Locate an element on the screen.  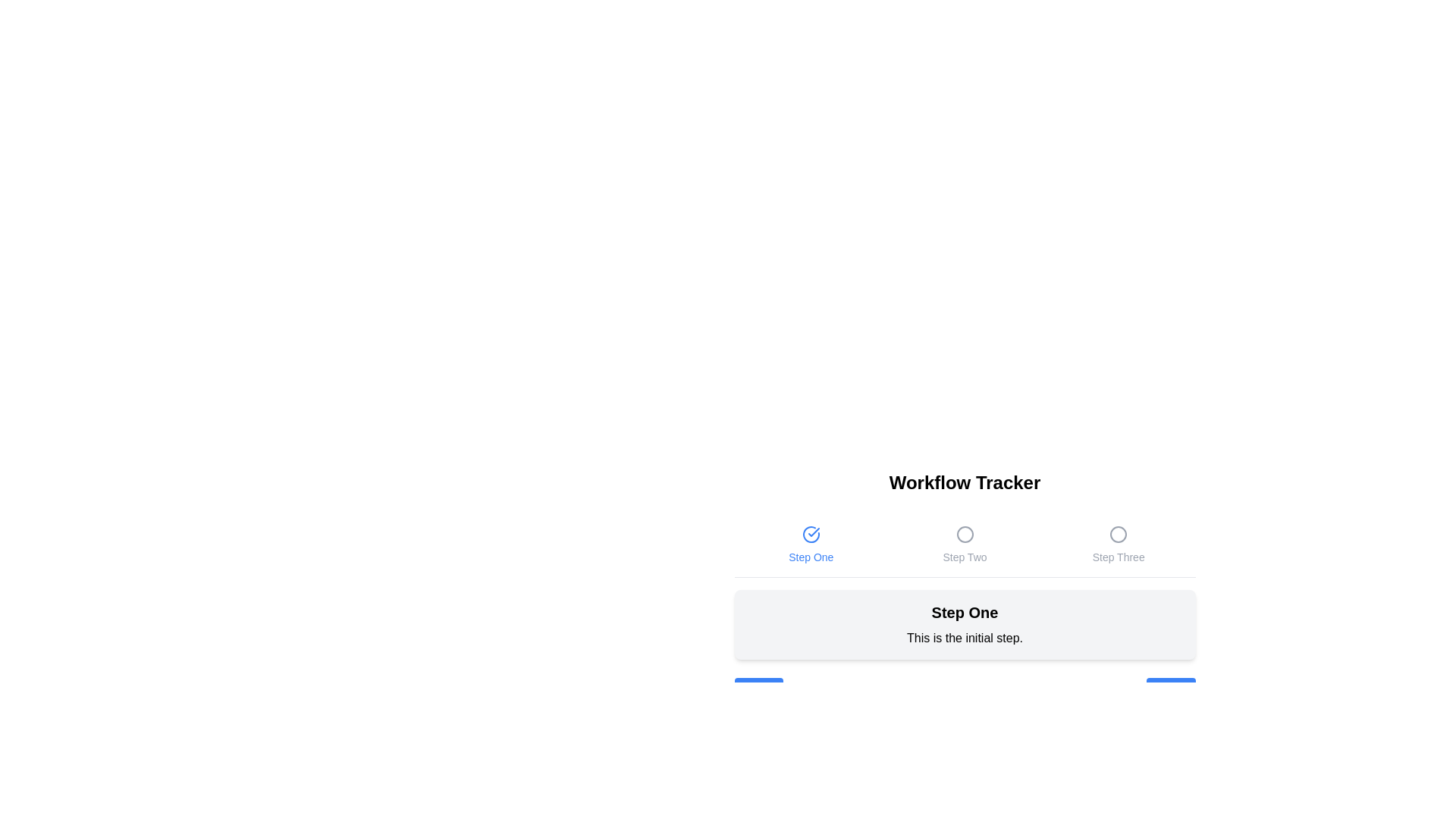
the Text Label displaying 'Step Three' in light gray, positioned below the Workflow Tracker heading is located at coordinates (1119, 557).